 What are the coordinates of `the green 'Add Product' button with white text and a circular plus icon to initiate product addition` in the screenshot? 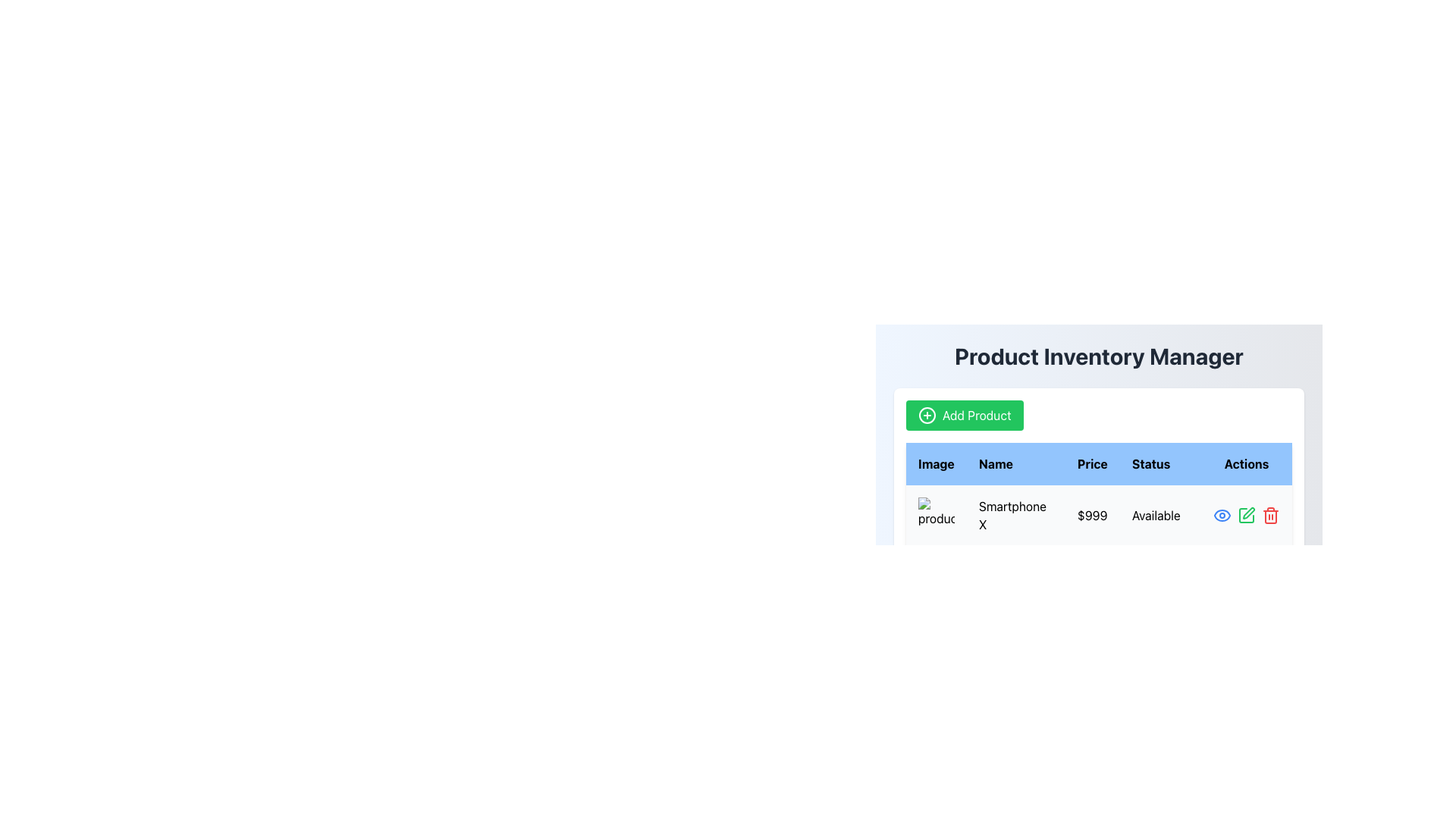 It's located at (964, 415).